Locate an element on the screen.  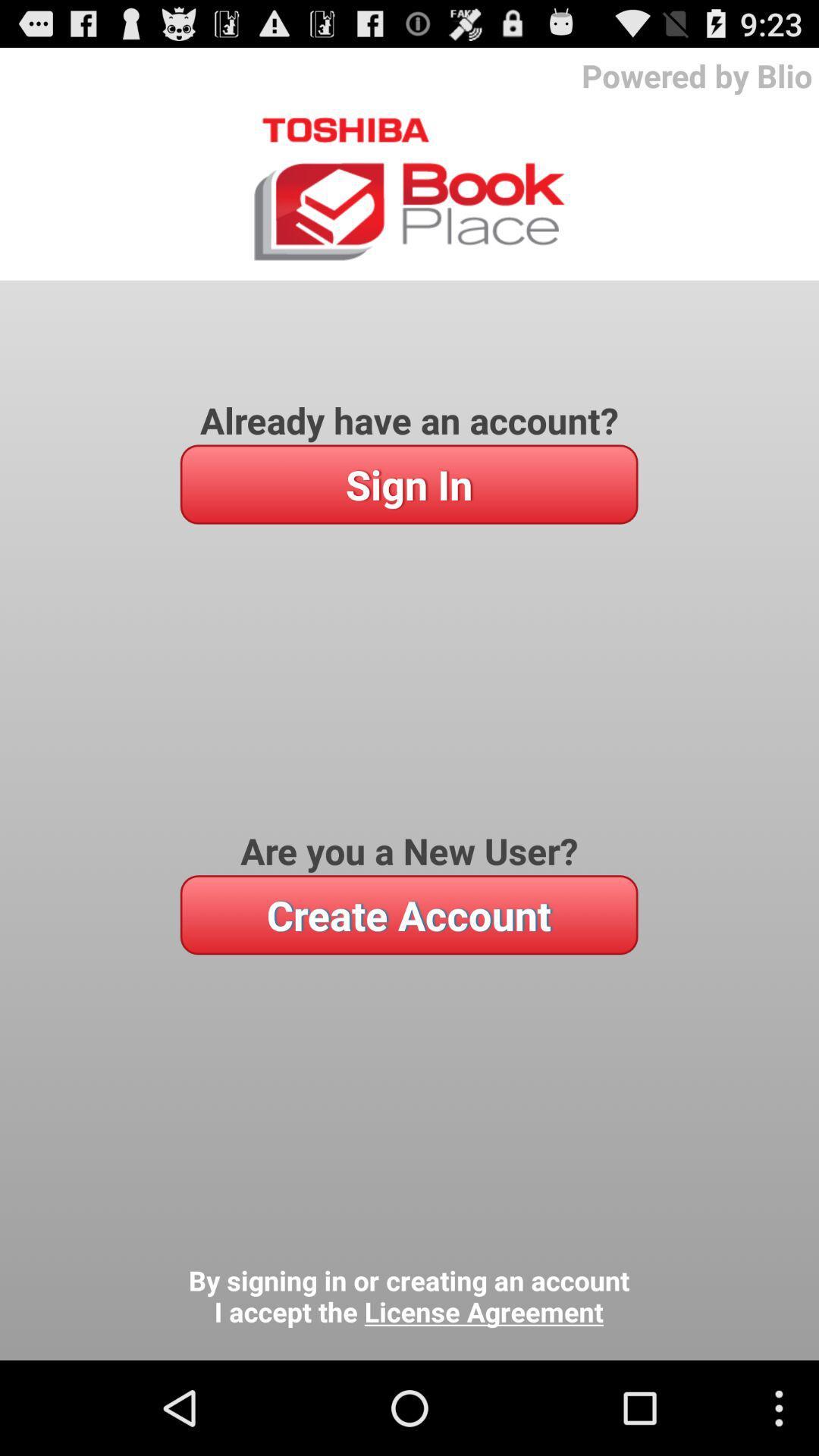
the by signing in is located at coordinates (408, 1295).